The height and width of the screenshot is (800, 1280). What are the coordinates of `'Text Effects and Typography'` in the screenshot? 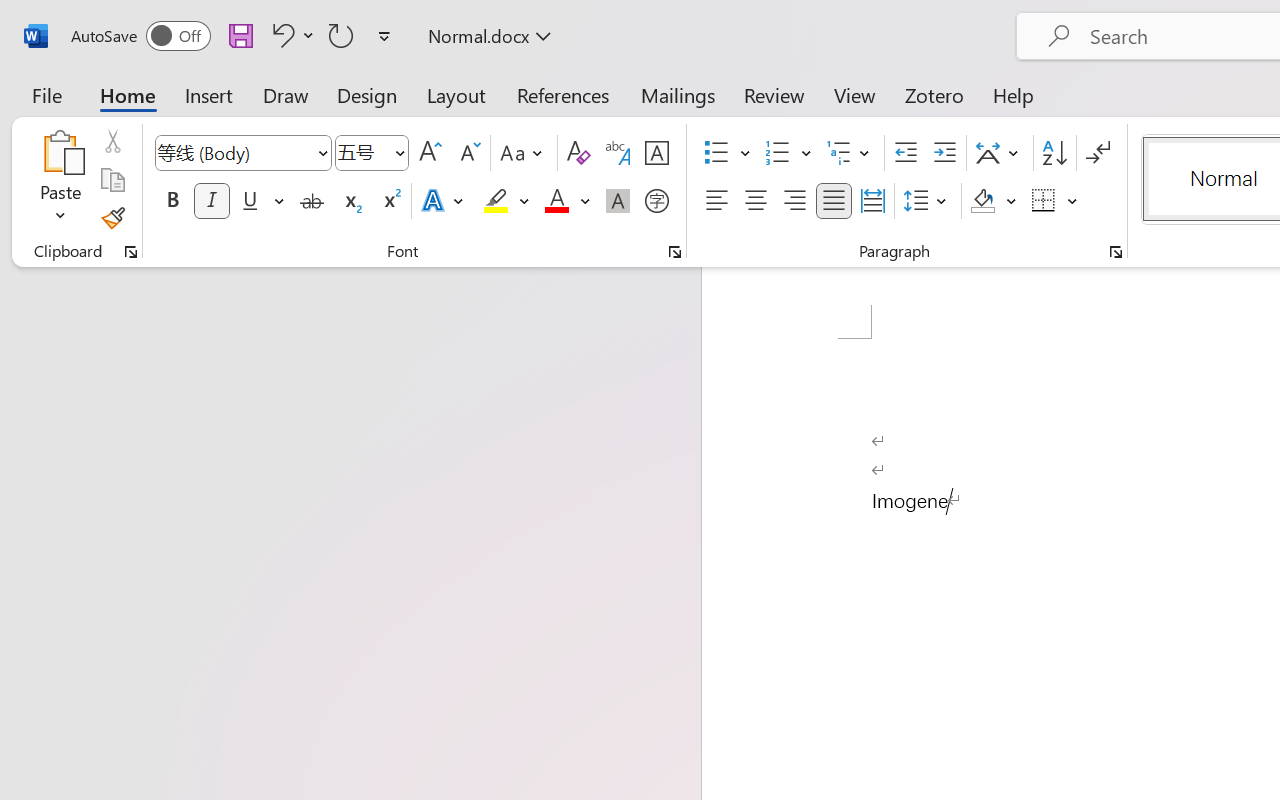 It's located at (443, 201).